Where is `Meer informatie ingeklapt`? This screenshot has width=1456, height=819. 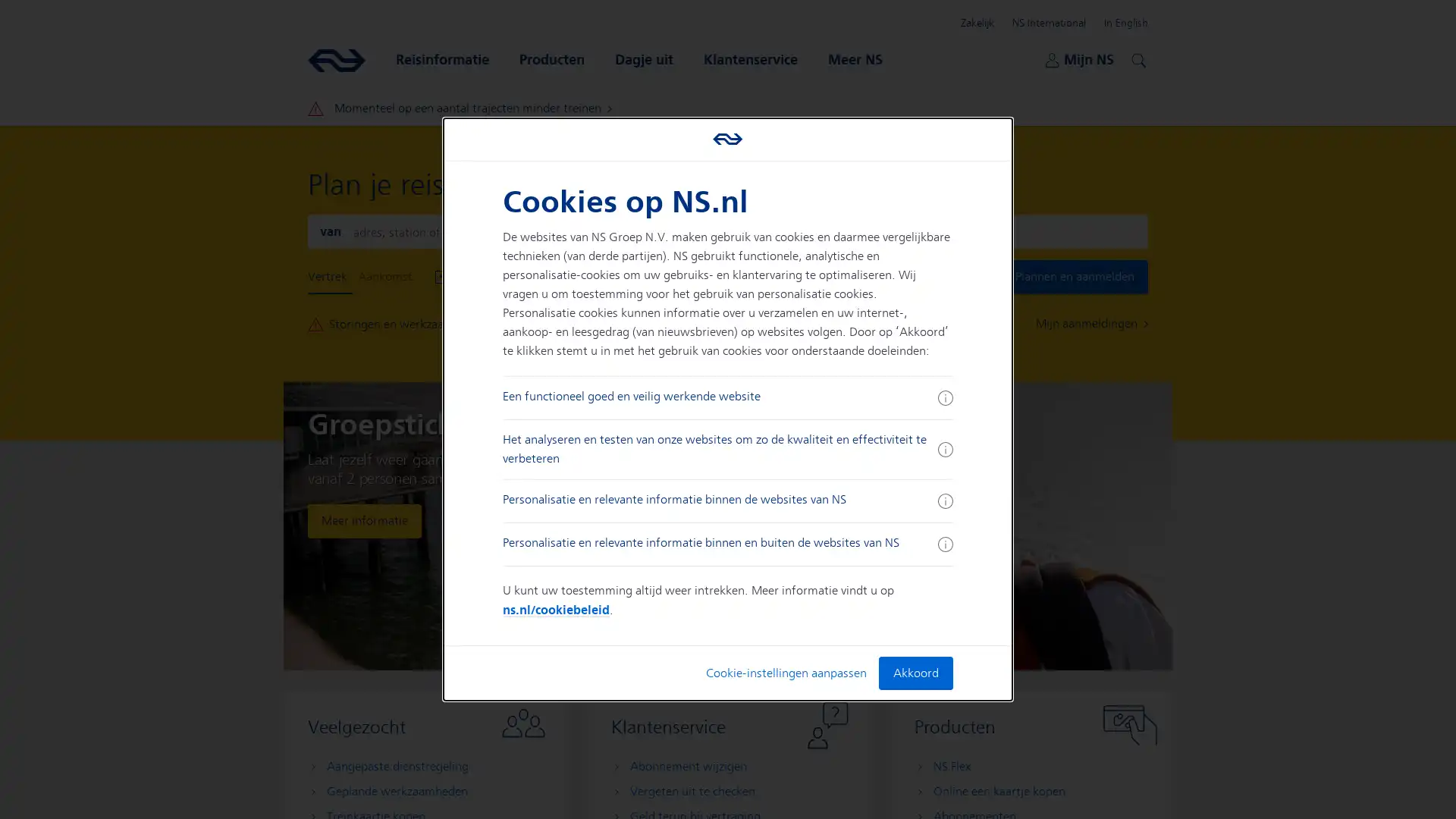 Meer informatie ingeklapt is located at coordinates (944, 500).